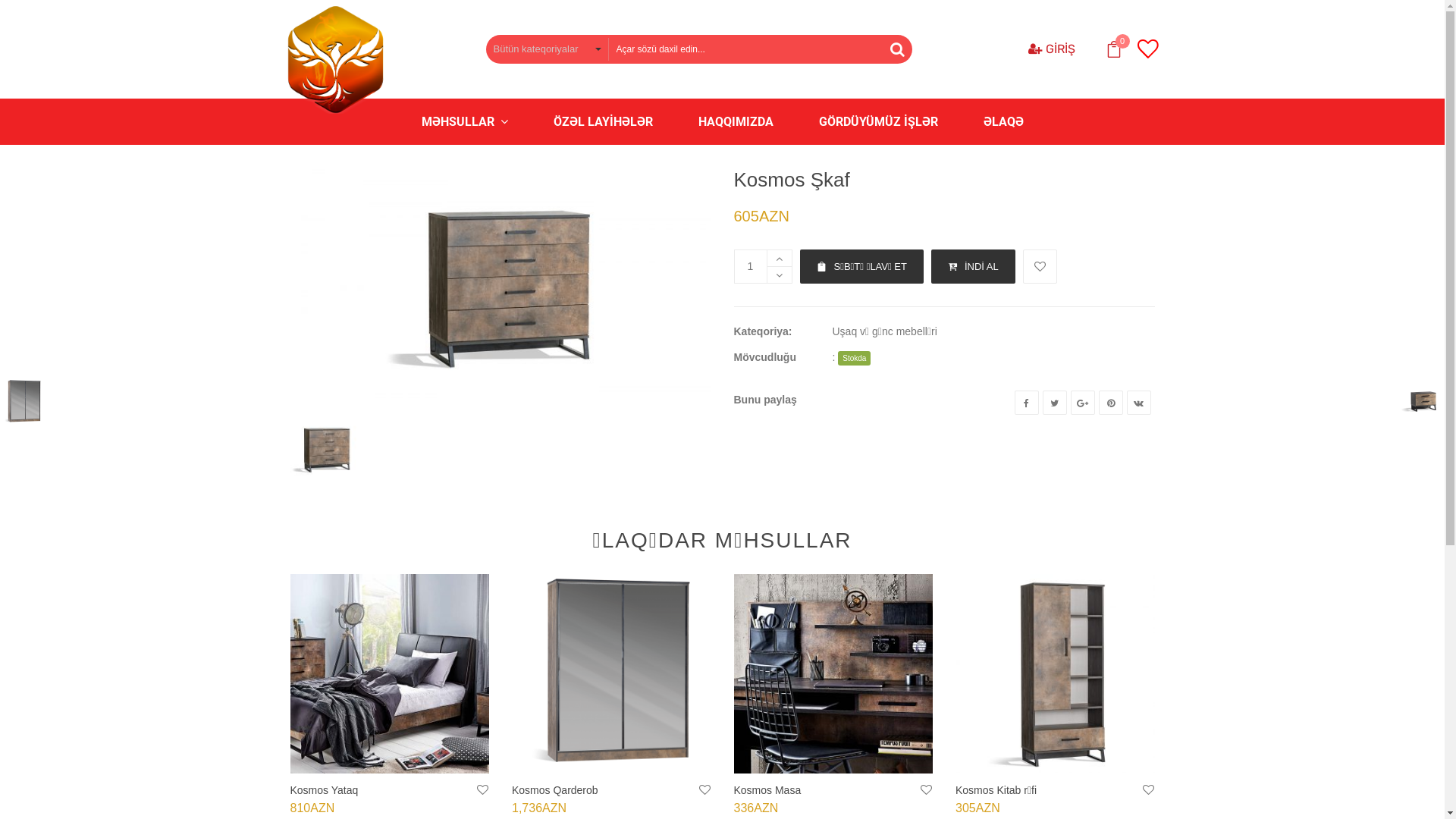  Describe the element at coordinates (1069, 402) in the screenshot. I see `'Googleplus'` at that location.